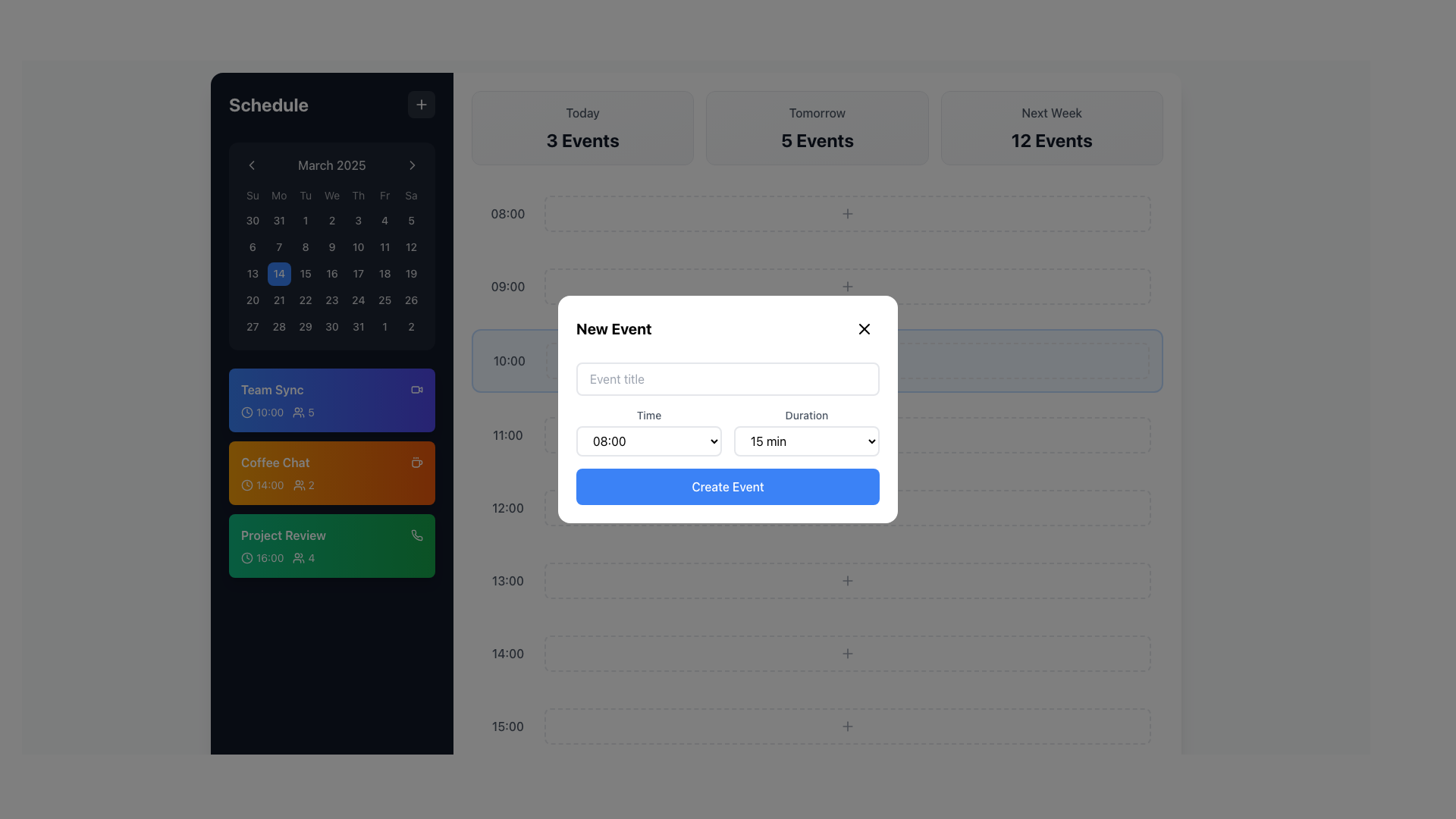 Image resolution: width=1456 pixels, height=819 pixels. I want to click on the button representing the day '29' in the calendar interface, so click(305, 325).